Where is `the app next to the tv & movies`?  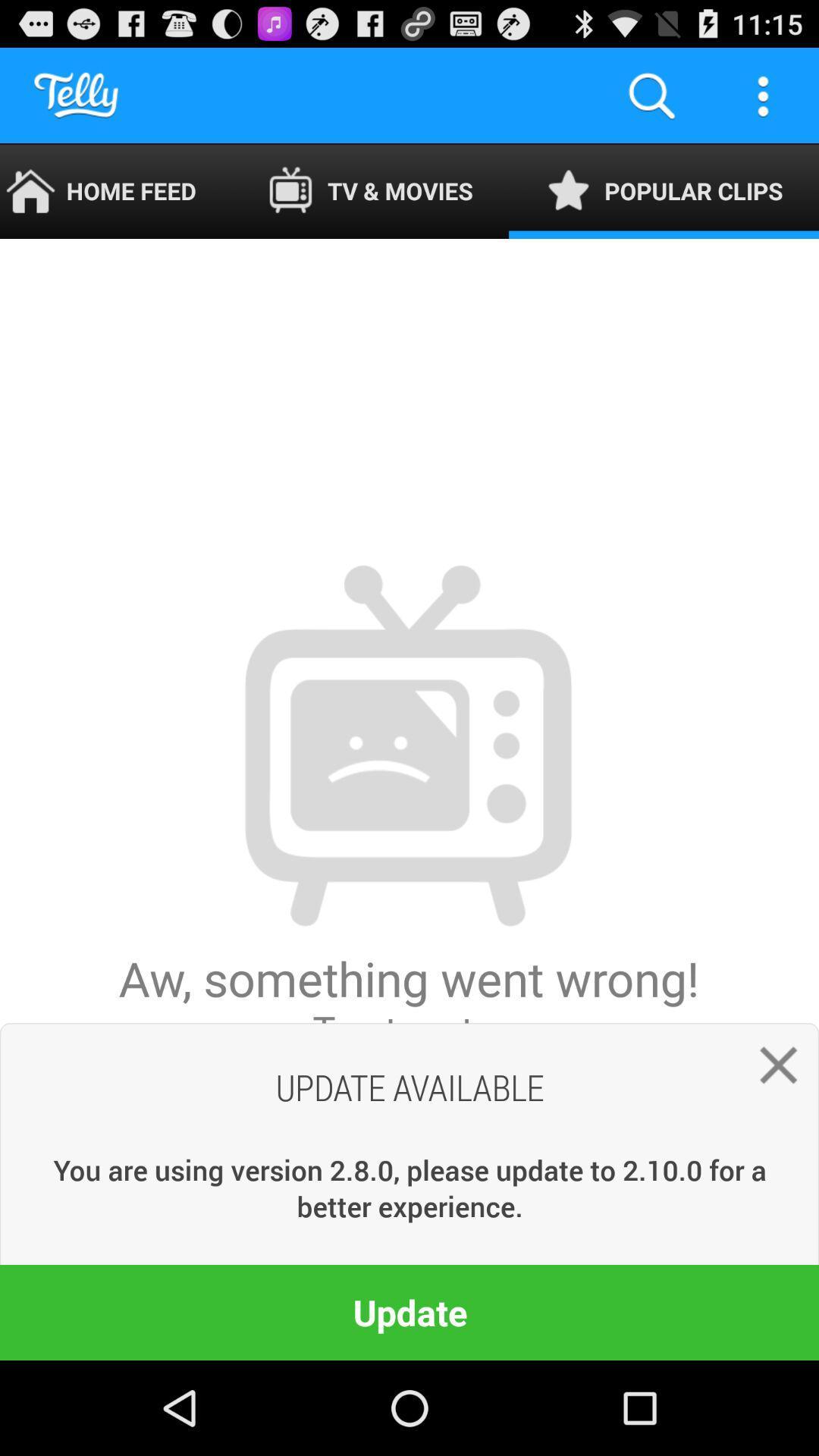
the app next to the tv & movies is located at coordinates (663, 190).